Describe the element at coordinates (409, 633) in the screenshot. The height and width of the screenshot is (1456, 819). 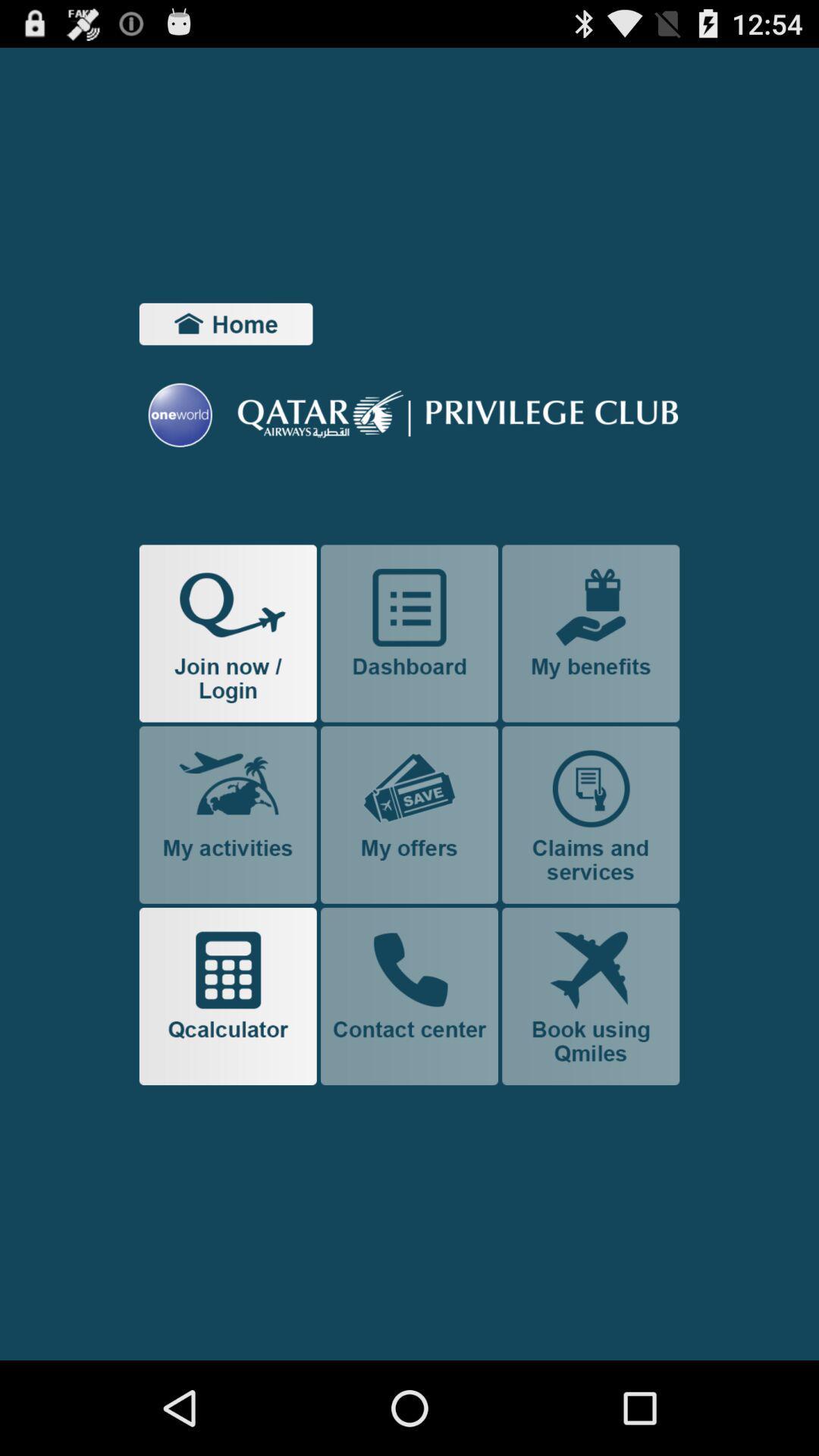
I see `dashboard option` at that location.